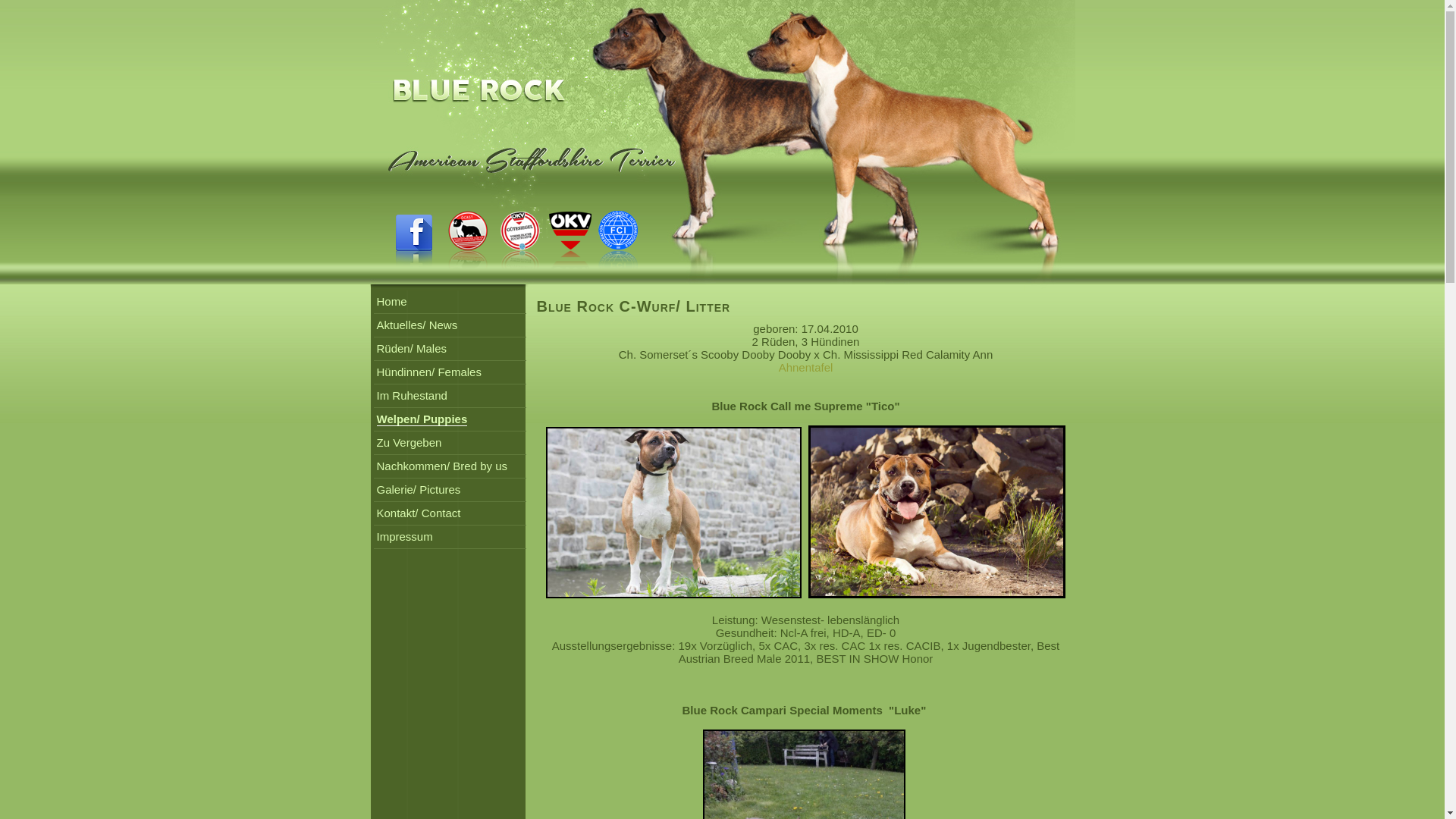  I want to click on 'Nachkommen/ Bred by us', so click(441, 465).